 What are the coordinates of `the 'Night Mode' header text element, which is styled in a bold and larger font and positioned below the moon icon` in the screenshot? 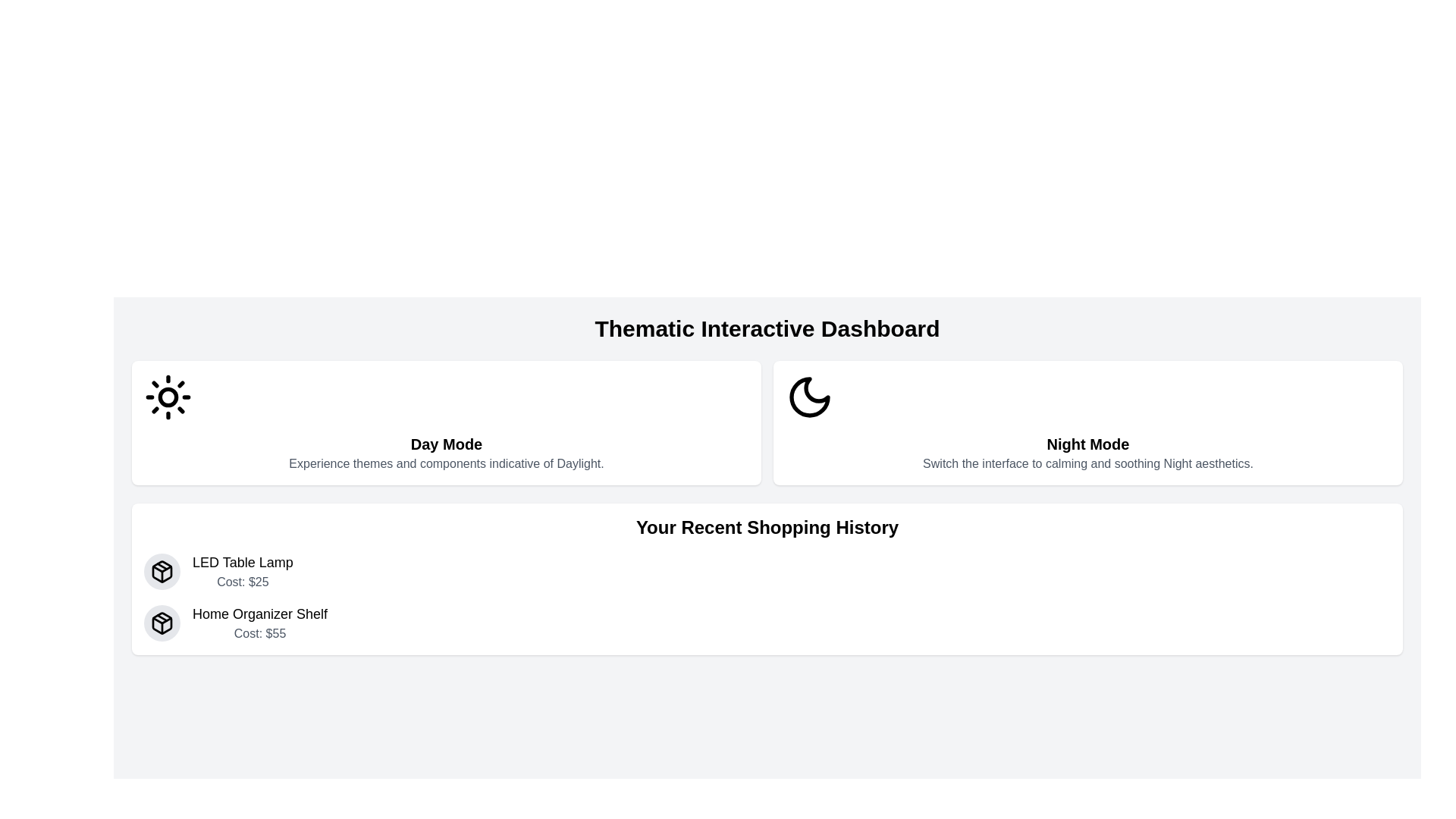 It's located at (1087, 444).